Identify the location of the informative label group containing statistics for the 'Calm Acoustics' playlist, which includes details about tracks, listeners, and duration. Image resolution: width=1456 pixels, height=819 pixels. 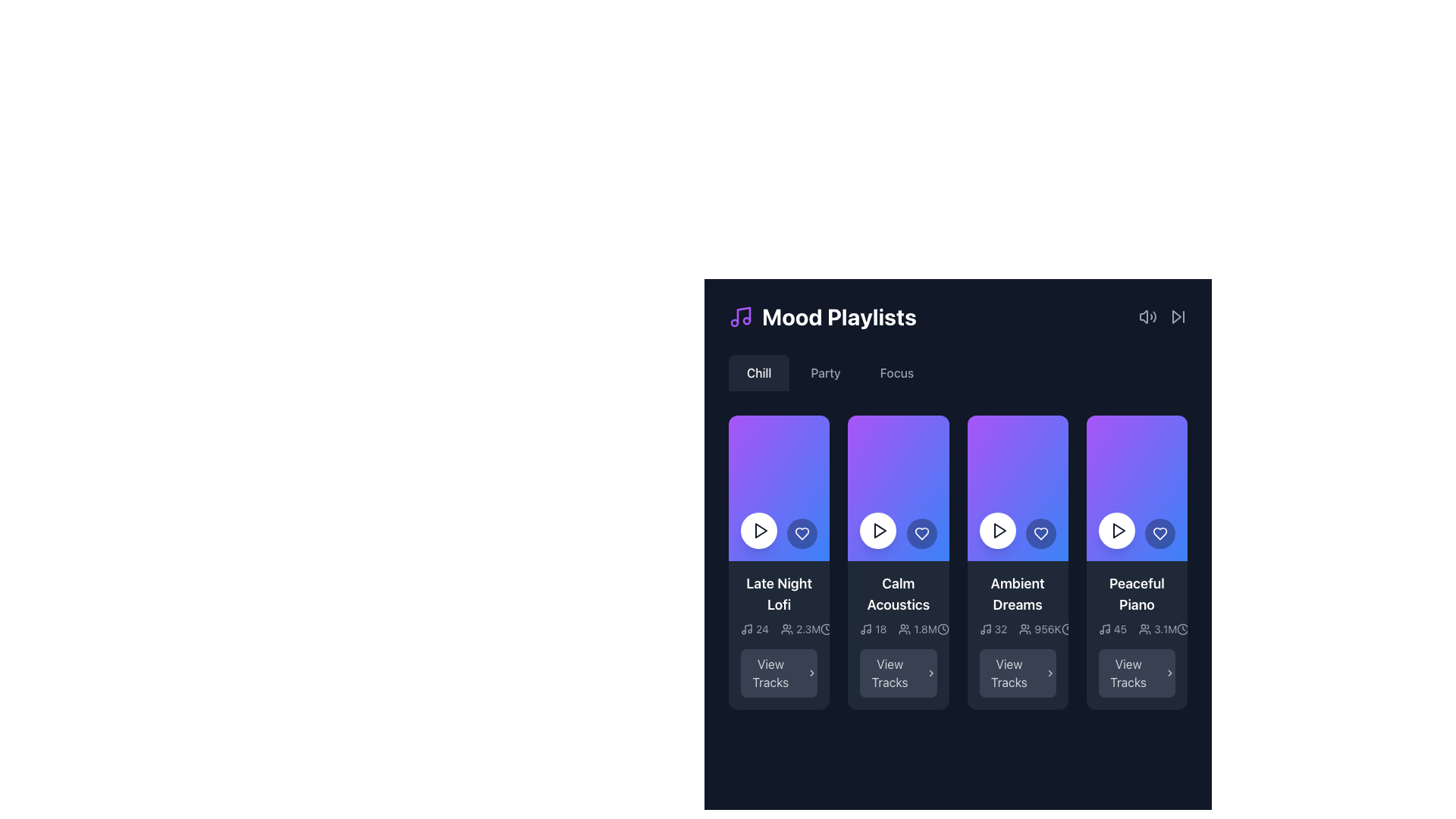
(898, 635).